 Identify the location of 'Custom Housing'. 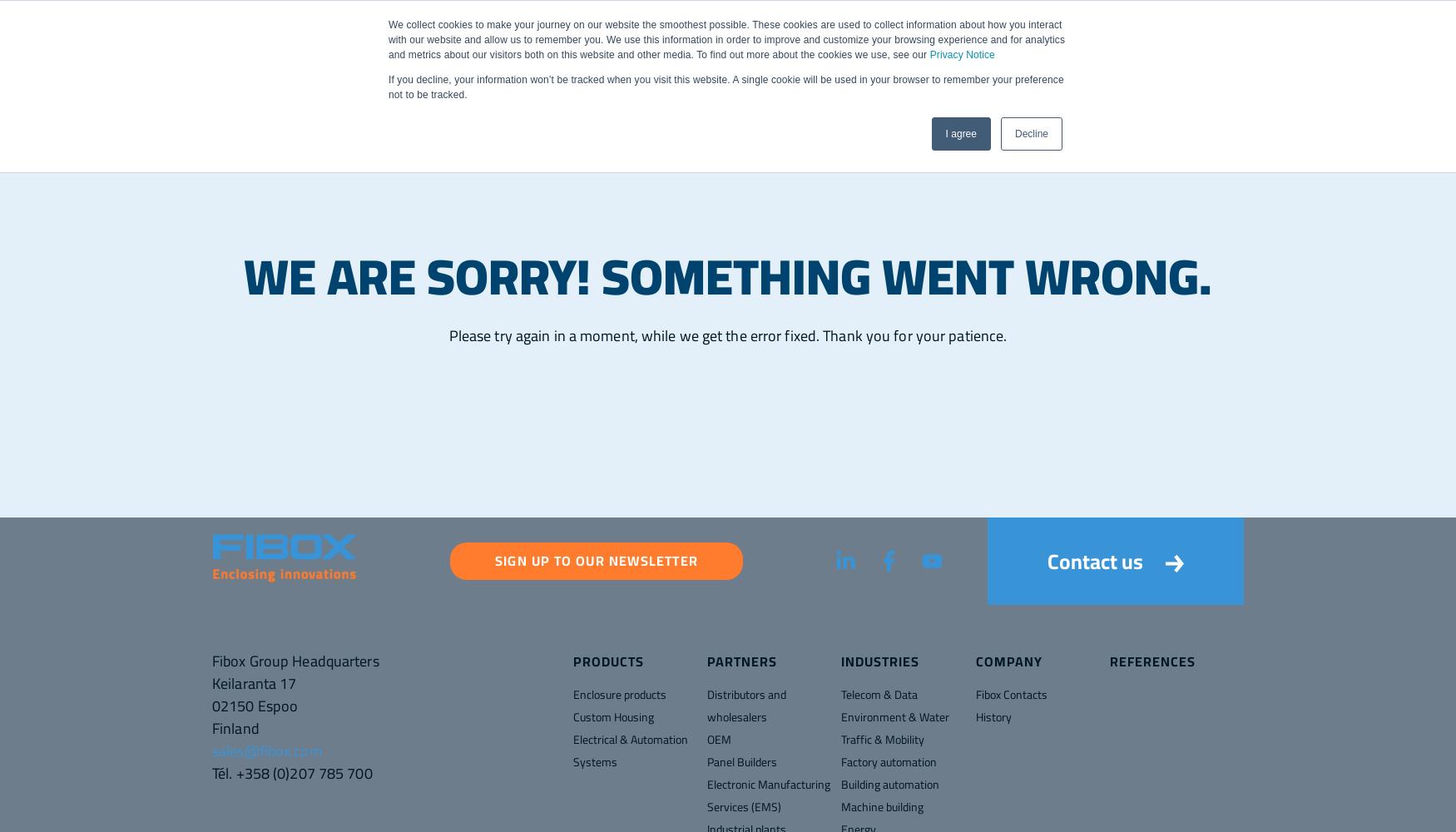
(572, 716).